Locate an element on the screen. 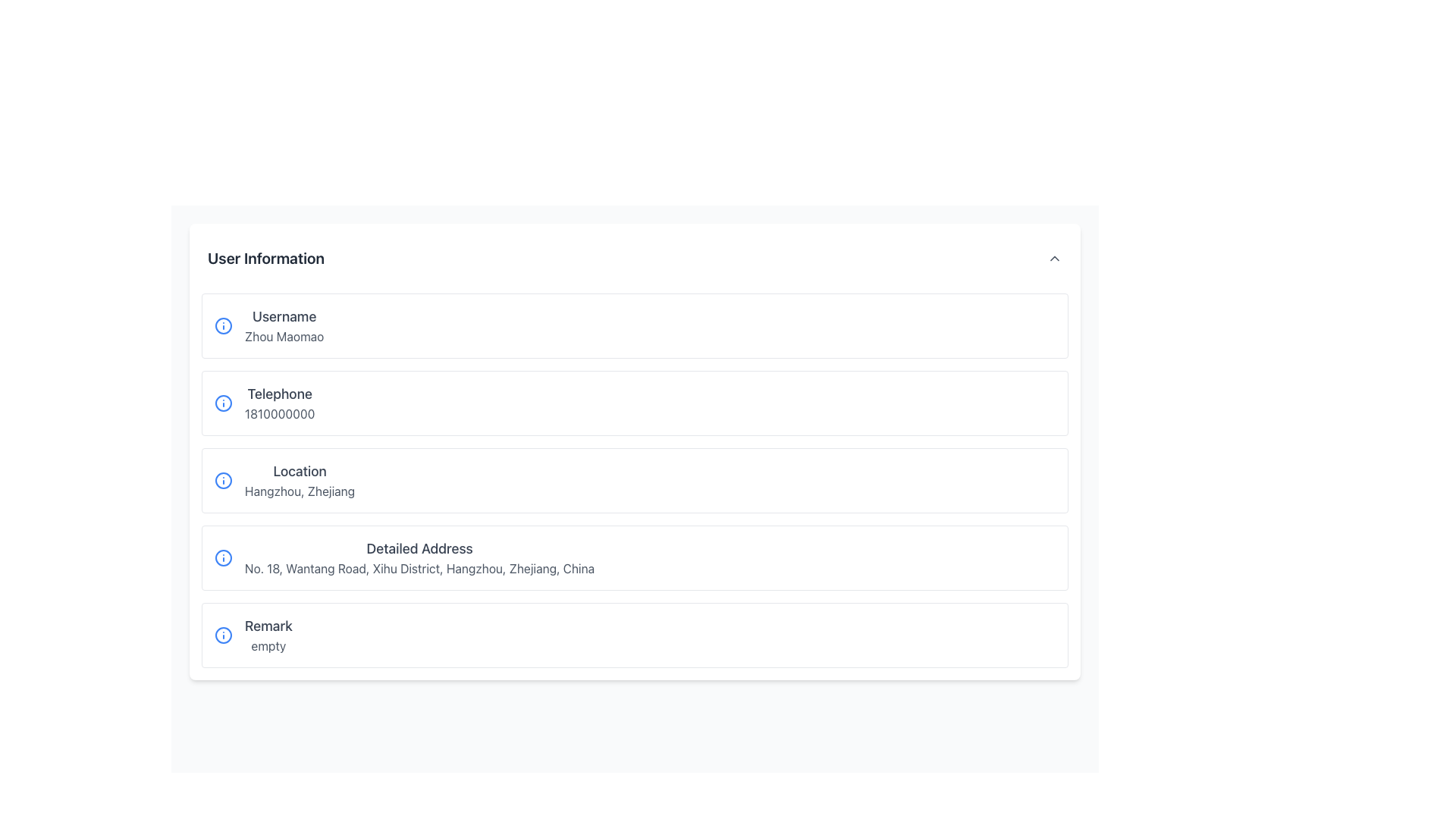  the Read-only Text element that indicates the remark status, which is located directly below the 'Remark' text in the user information list is located at coordinates (268, 646).